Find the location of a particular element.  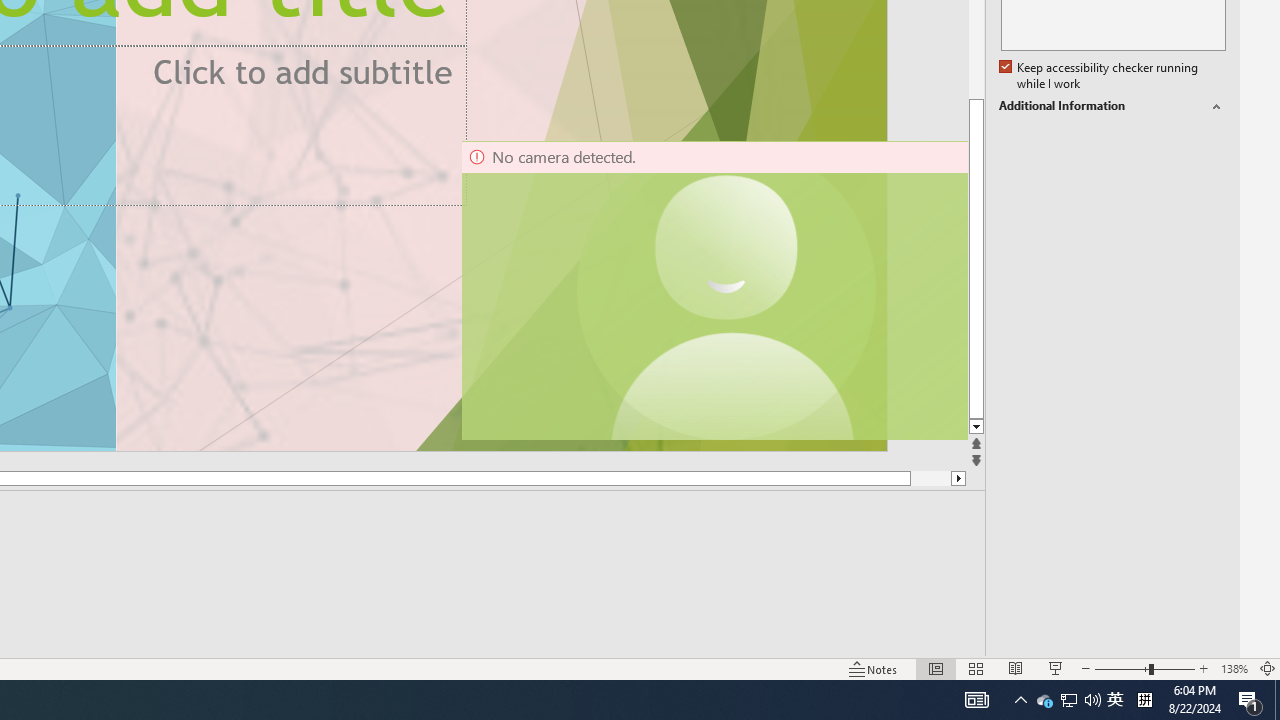

'Additional Information' is located at coordinates (1111, 106).